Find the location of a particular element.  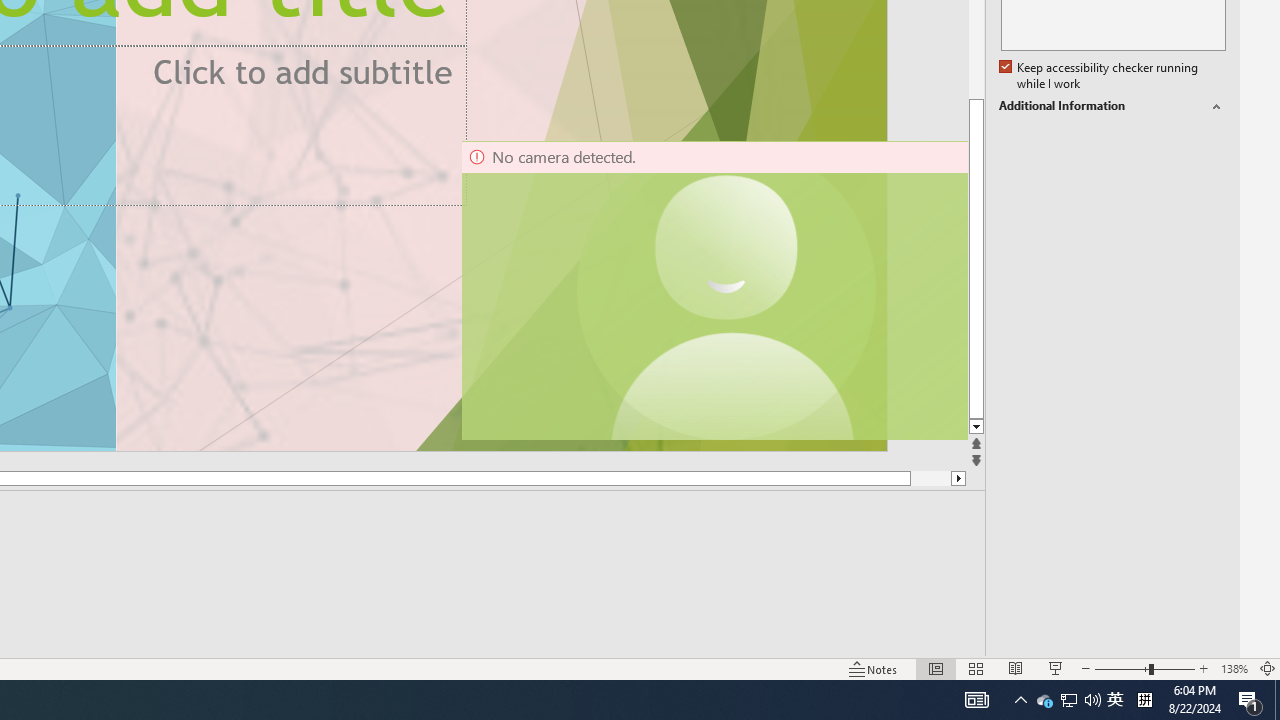

'Additional Information' is located at coordinates (1111, 106).